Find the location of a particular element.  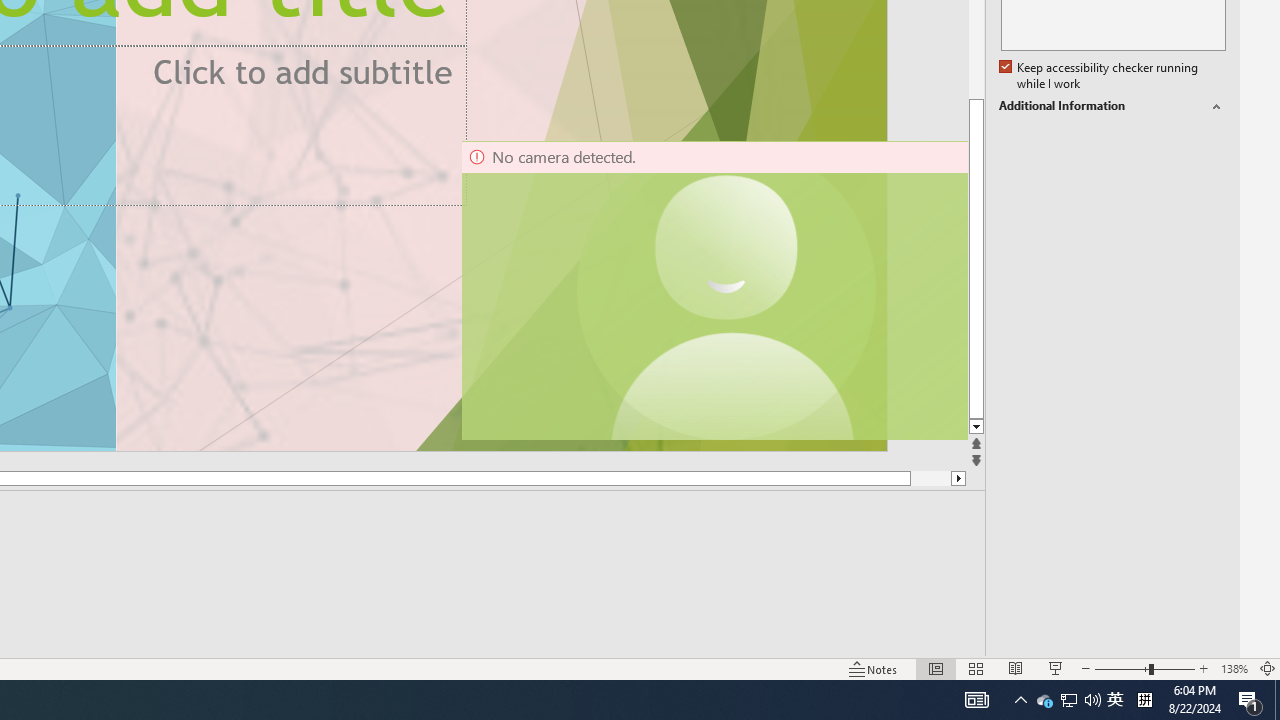

'Additional Information' is located at coordinates (1111, 106).